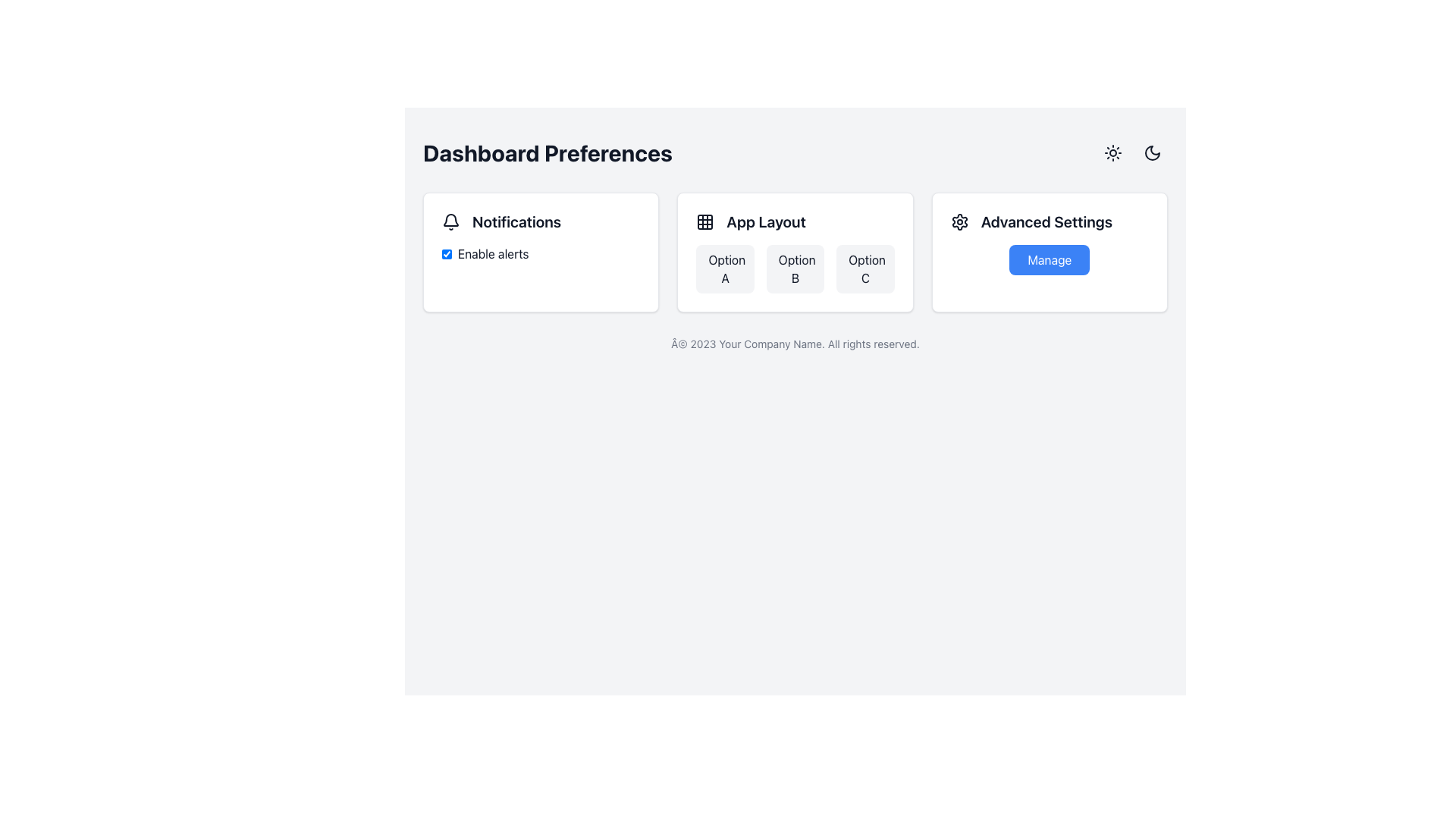 This screenshot has height=819, width=1456. What do you see at coordinates (450, 220) in the screenshot?
I see `the lower rounded edge of the bell-shaped icon in the Notifications section of the Dashboard Preferences interface` at bounding box center [450, 220].